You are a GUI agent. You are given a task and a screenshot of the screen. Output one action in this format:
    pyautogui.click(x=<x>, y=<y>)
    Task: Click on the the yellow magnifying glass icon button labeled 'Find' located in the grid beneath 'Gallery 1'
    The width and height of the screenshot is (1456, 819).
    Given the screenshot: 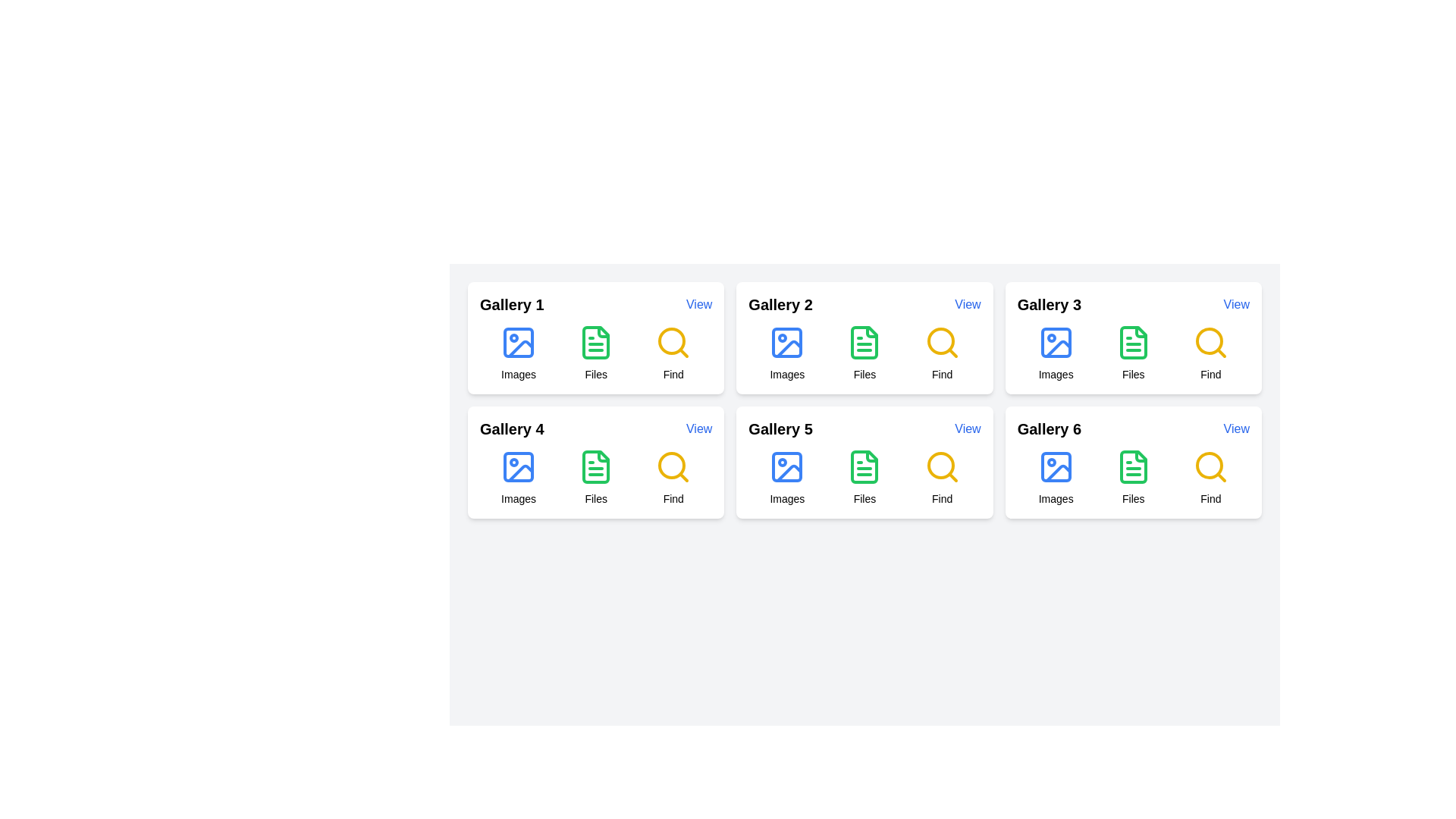 What is the action you would take?
    pyautogui.click(x=673, y=342)
    